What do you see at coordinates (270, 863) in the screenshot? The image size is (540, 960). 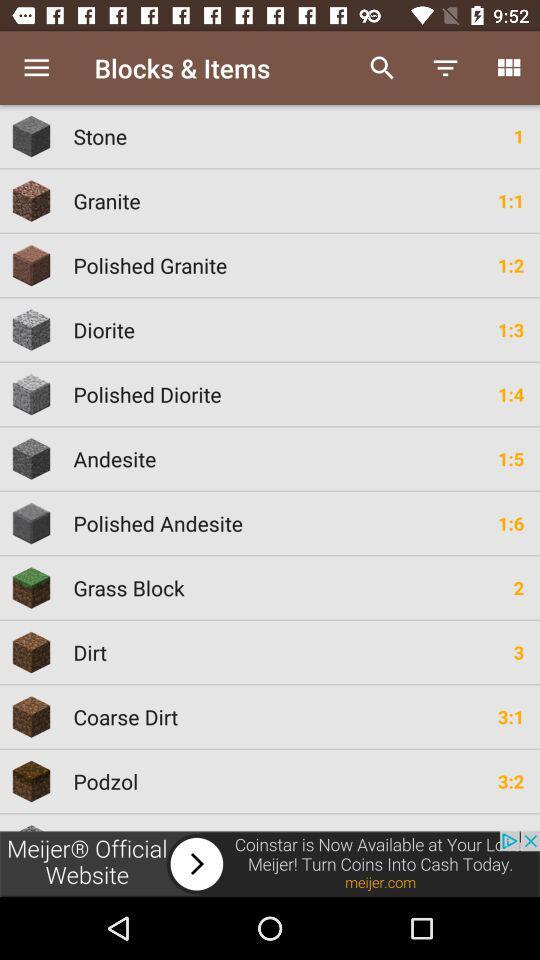 I see `open advertisement` at bounding box center [270, 863].